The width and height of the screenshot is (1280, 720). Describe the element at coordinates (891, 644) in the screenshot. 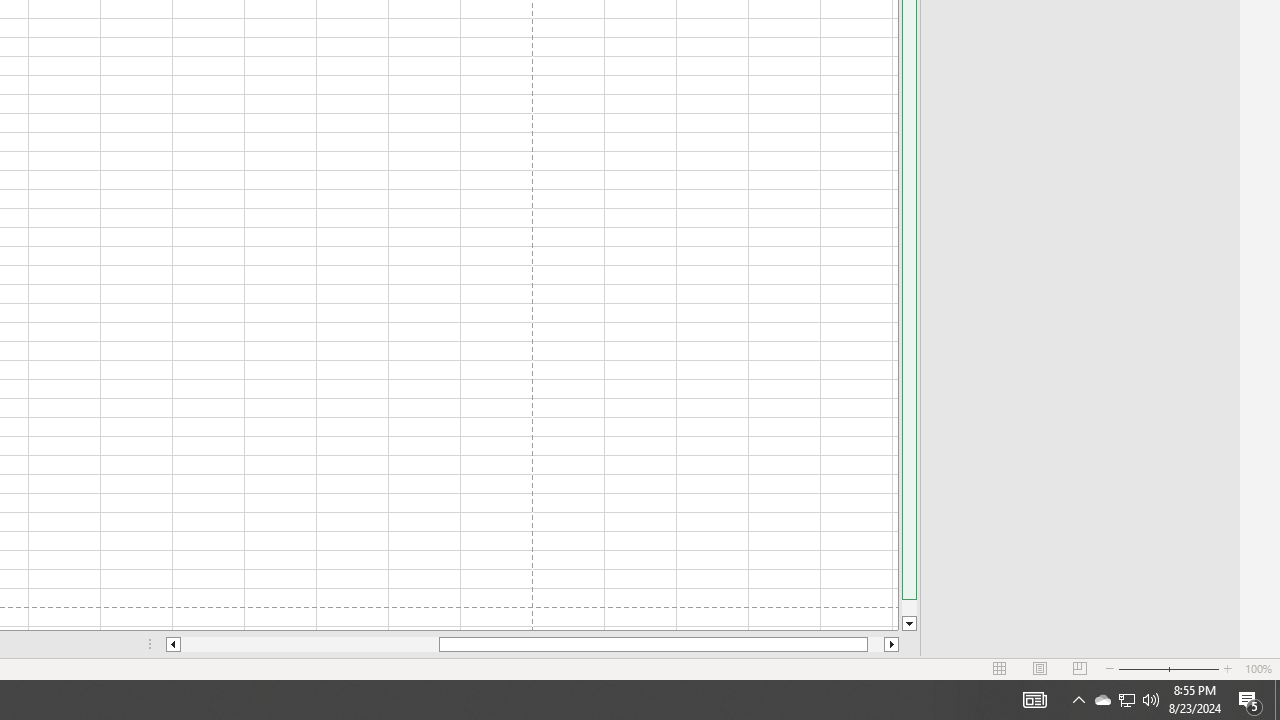

I see `'Column right'` at that location.